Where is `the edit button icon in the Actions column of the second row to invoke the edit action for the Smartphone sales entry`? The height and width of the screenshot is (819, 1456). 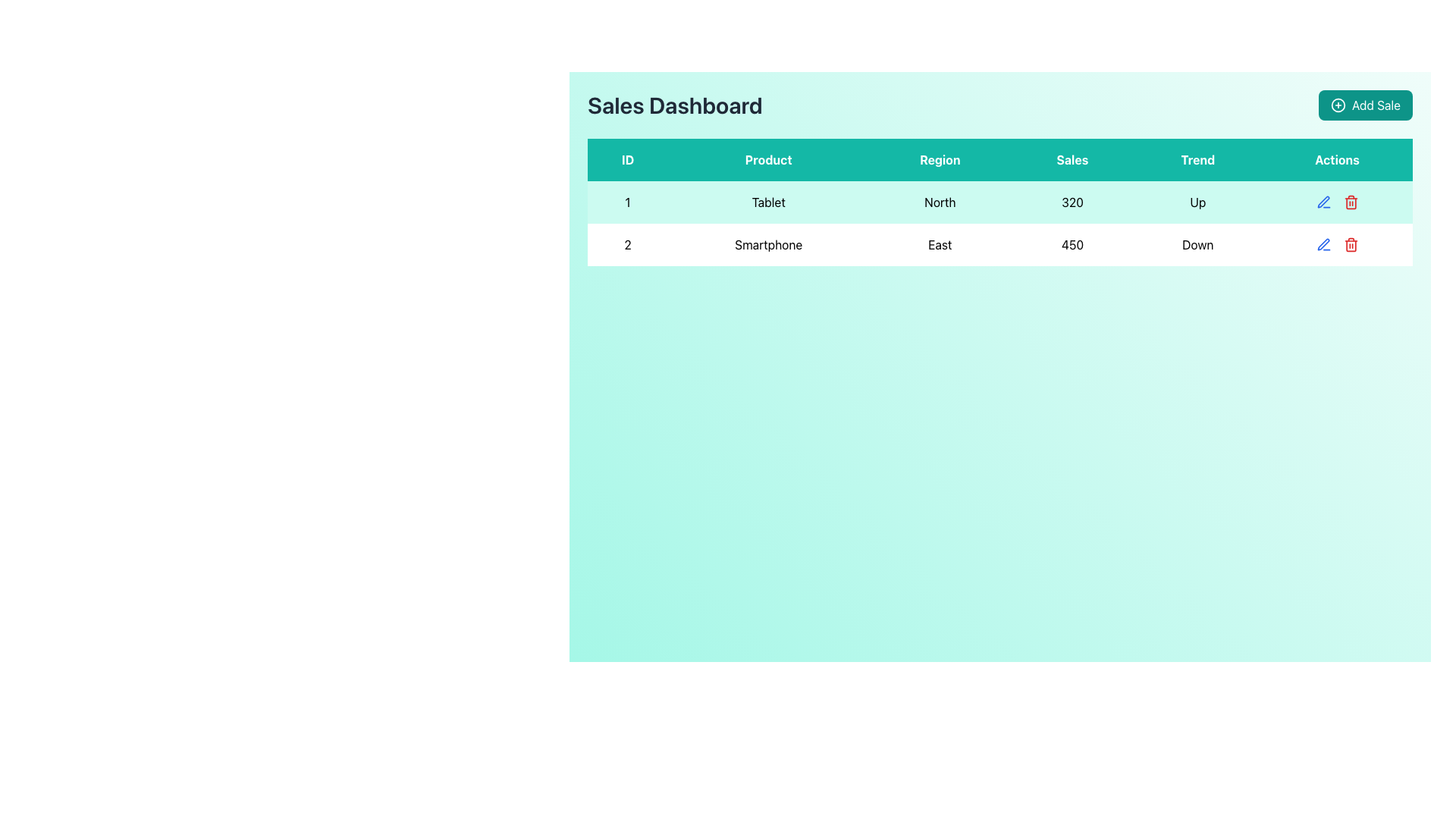 the edit button icon in the Actions column of the second row to invoke the edit action for the Smartphone sales entry is located at coordinates (1323, 244).